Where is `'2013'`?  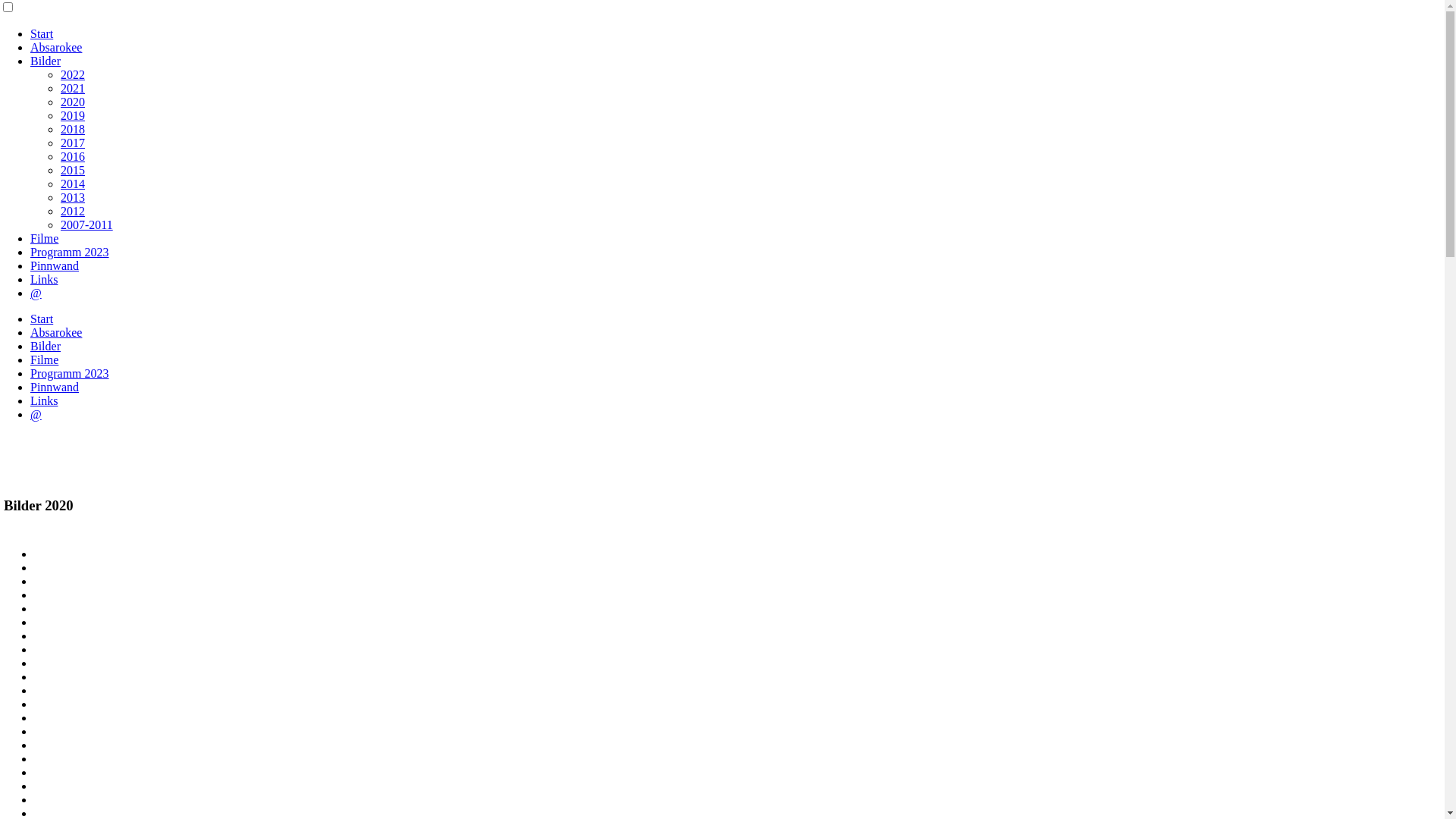 '2013' is located at coordinates (61, 196).